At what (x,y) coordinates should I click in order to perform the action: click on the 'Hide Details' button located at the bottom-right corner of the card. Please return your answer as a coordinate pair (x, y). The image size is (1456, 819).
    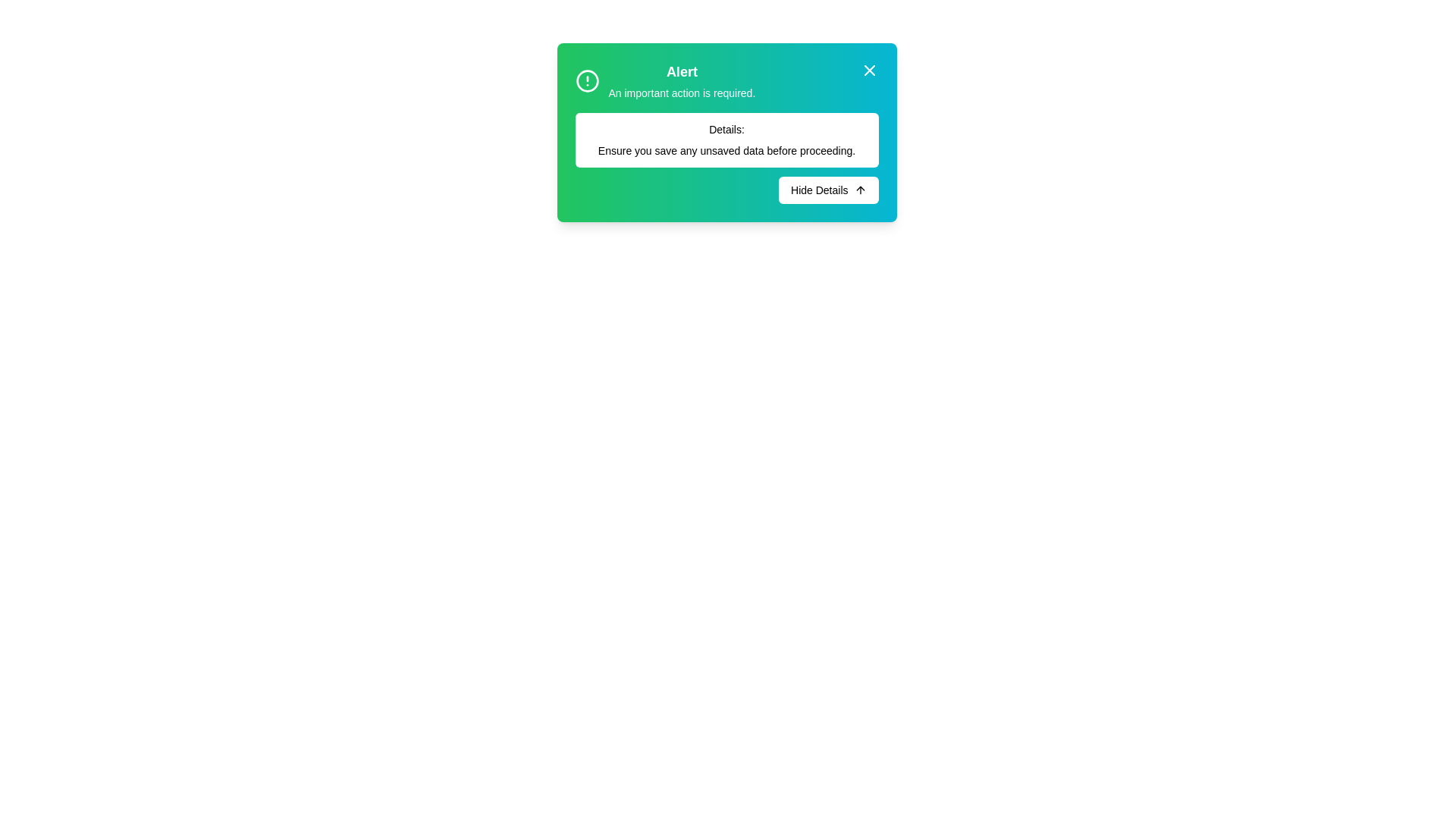
    Looking at the image, I should click on (726, 189).